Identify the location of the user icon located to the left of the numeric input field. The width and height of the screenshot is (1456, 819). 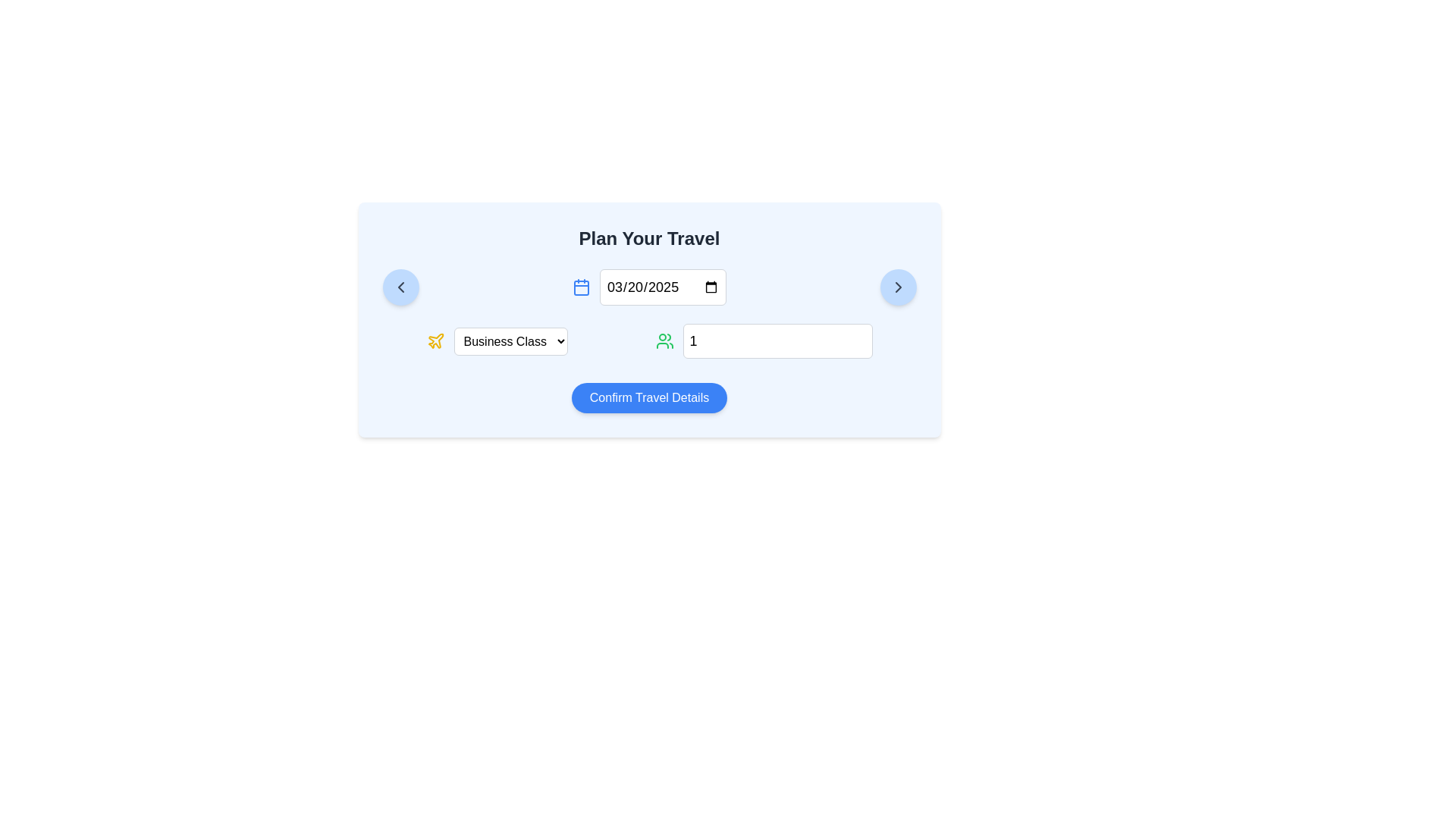
(664, 341).